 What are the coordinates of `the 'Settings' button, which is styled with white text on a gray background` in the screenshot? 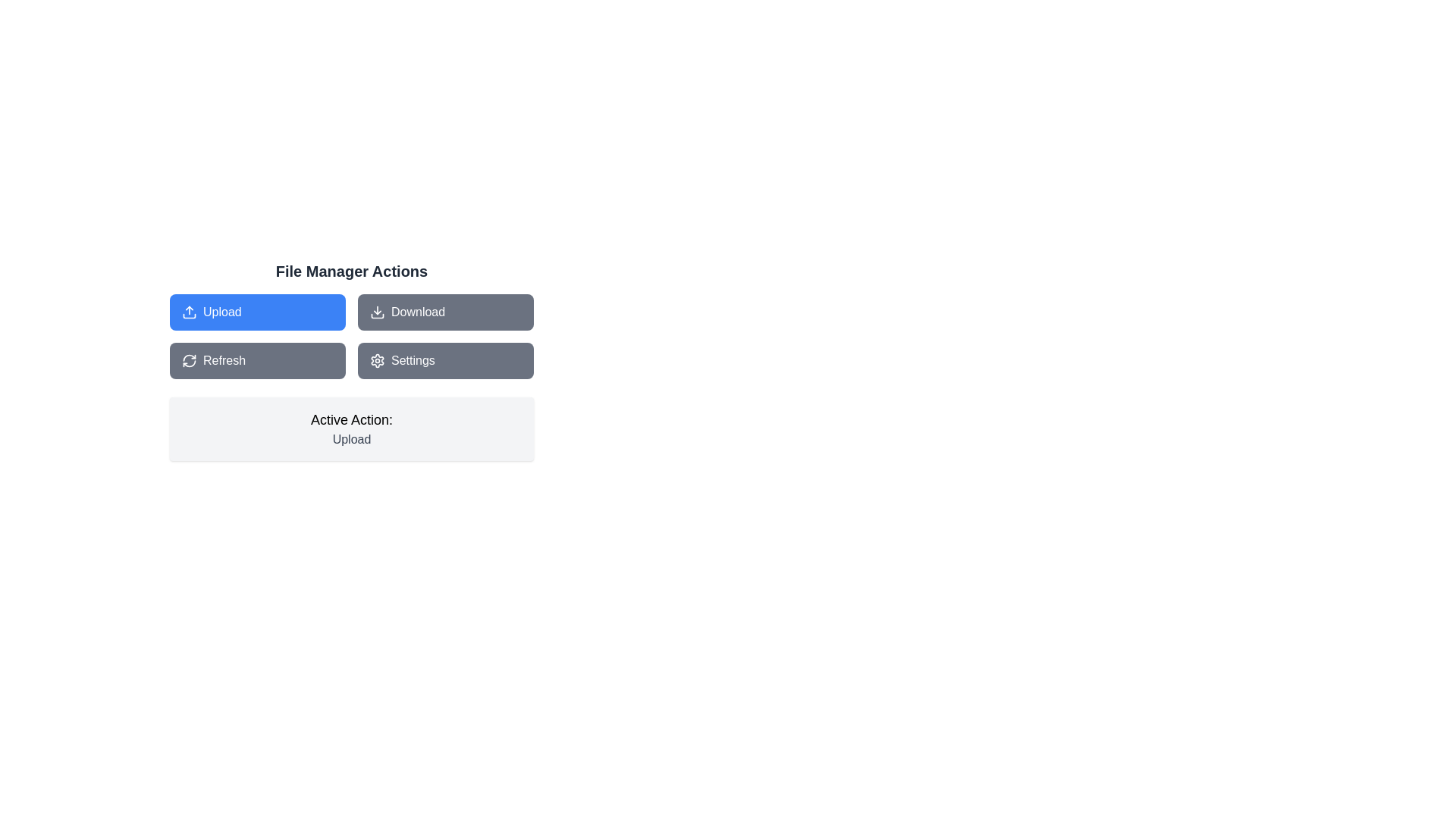 It's located at (413, 360).